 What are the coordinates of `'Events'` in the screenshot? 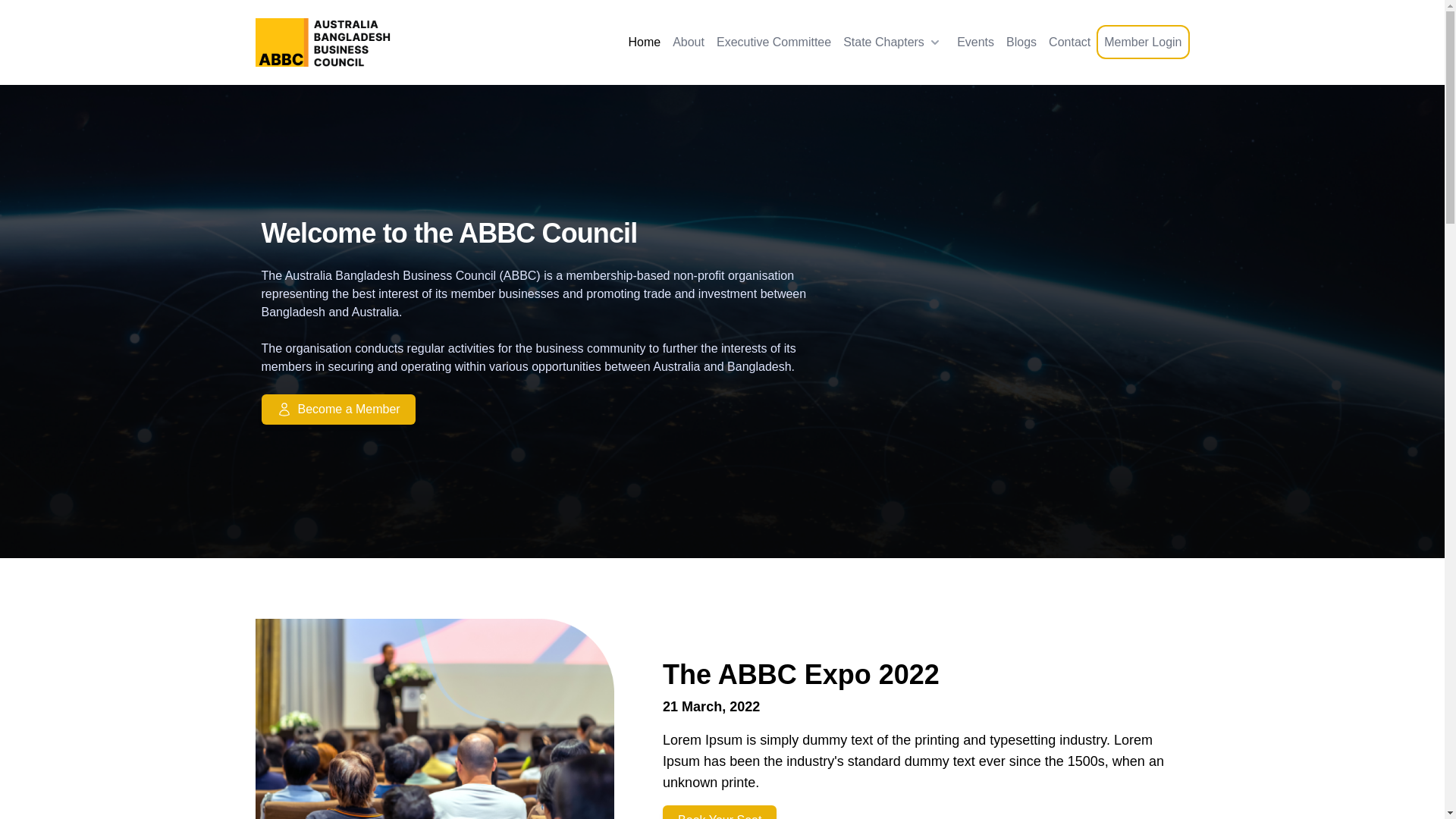 It's located at (975, 42).